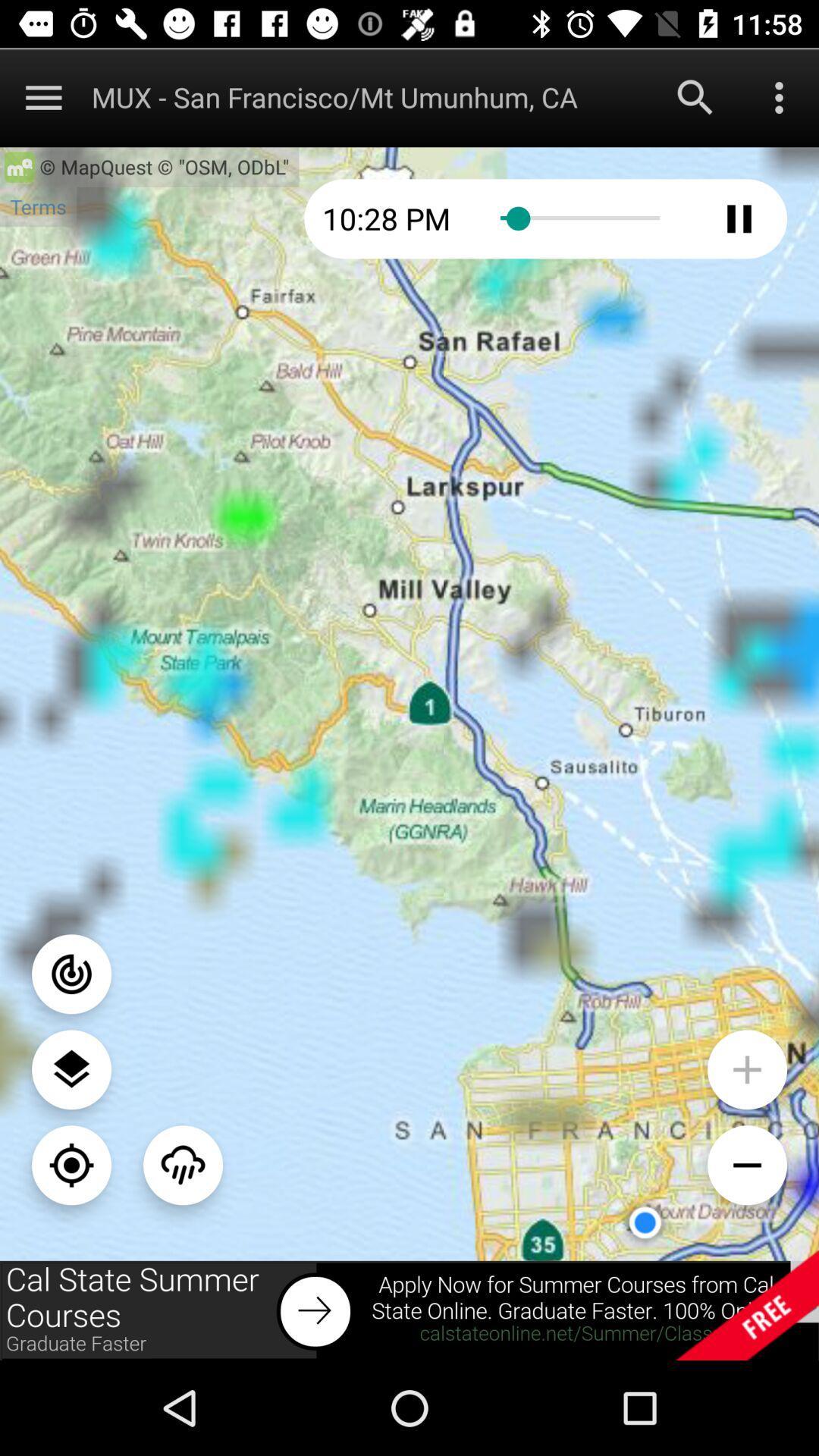 This screenshot has height=1456, width=819. What do you see at coordinates (42, 96) in the screenshot?
I see `menu` at bounding box center [42, 96].